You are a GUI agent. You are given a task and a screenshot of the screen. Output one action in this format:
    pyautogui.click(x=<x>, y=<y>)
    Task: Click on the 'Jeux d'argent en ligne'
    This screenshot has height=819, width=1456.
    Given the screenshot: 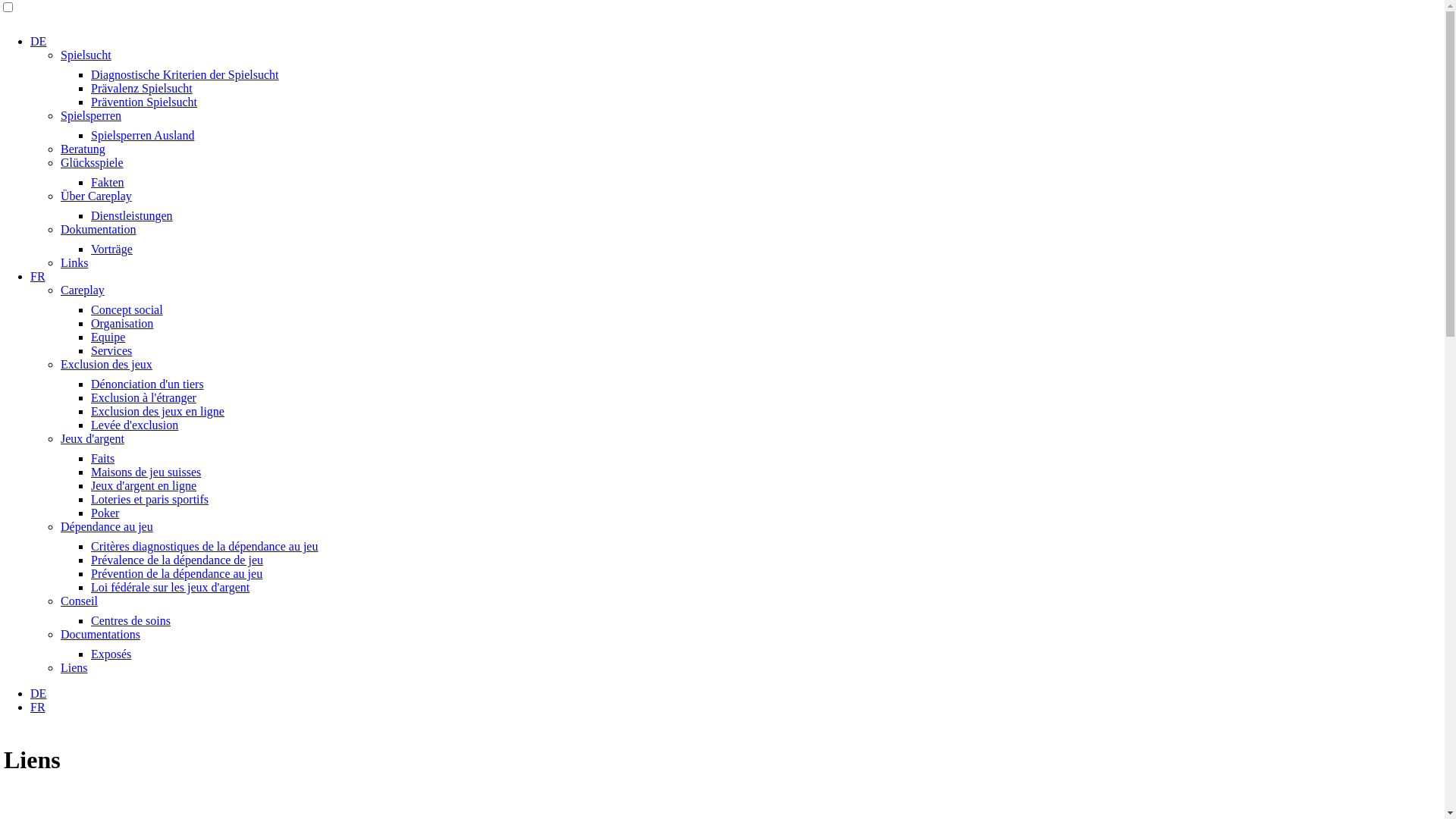 What is the action you would take?
    pyautogui.click(x=143, y=485)
    